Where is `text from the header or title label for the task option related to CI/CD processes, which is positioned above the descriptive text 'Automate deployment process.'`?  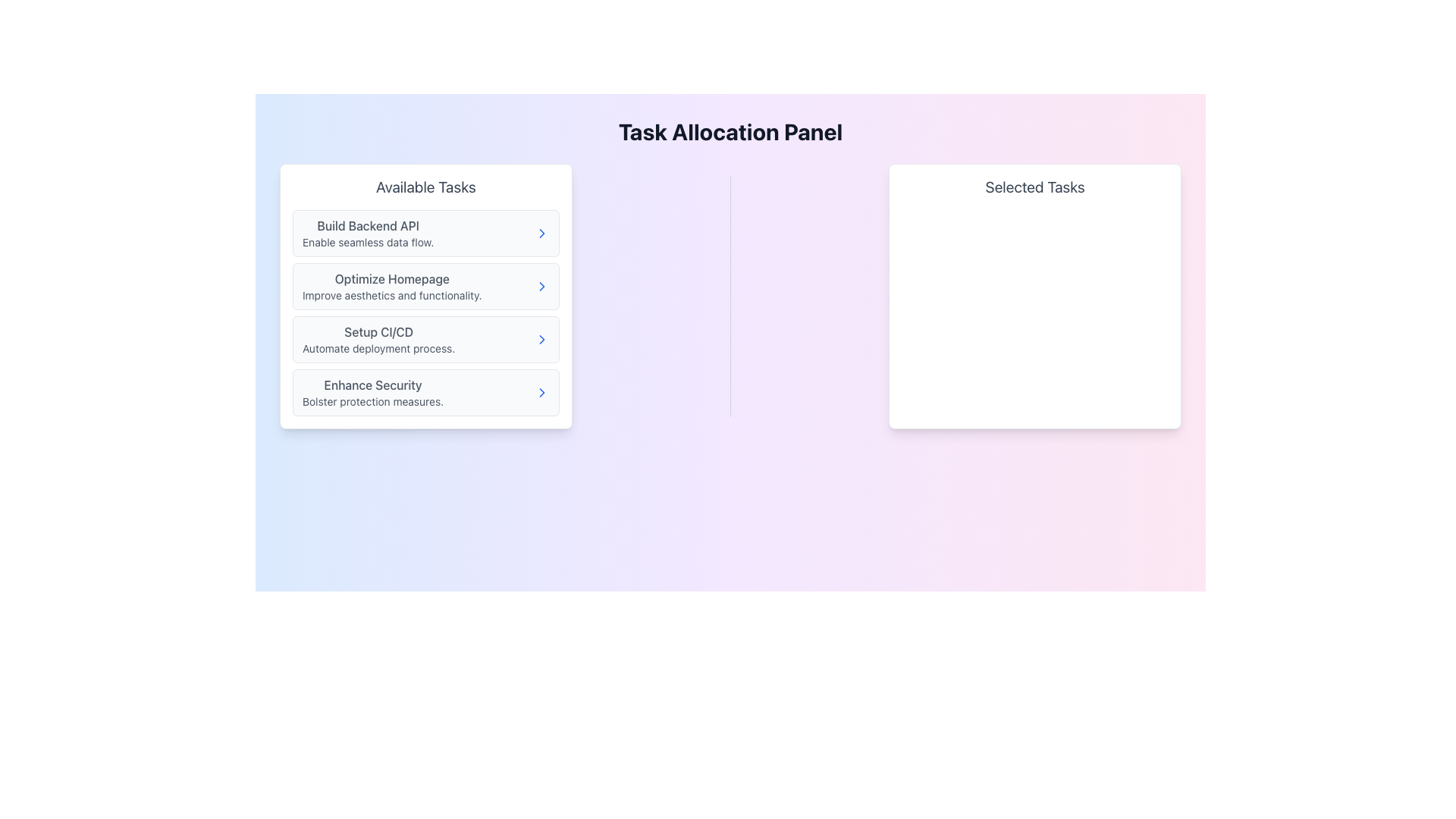 text from the header or title label for the task option related to CI/CD processes, which is positioned above the descriptive text 'Automate deployment process.' is located at coordinates (378, 331).